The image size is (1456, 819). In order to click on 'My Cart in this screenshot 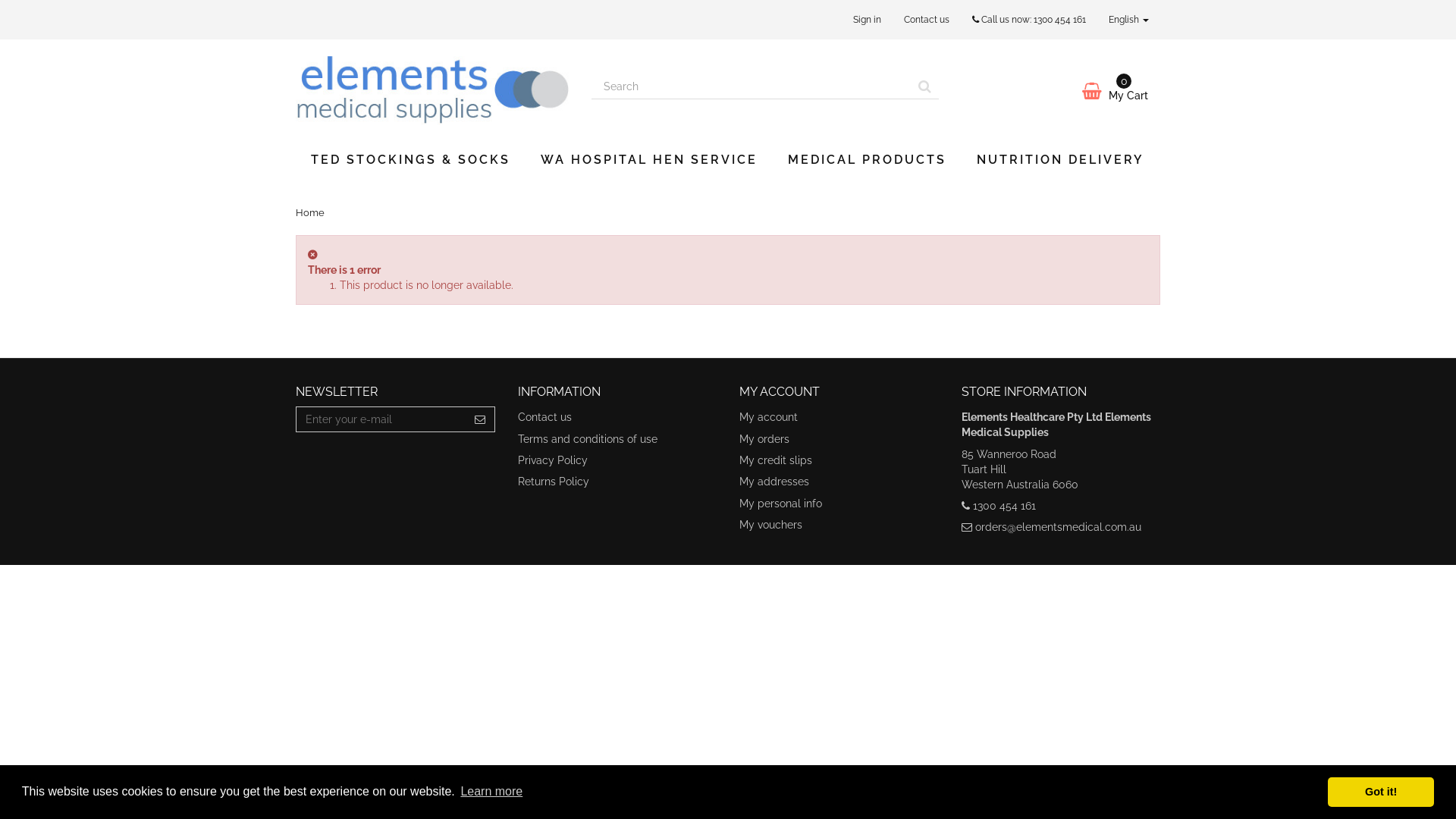, I will do `click(1060, 90)`.